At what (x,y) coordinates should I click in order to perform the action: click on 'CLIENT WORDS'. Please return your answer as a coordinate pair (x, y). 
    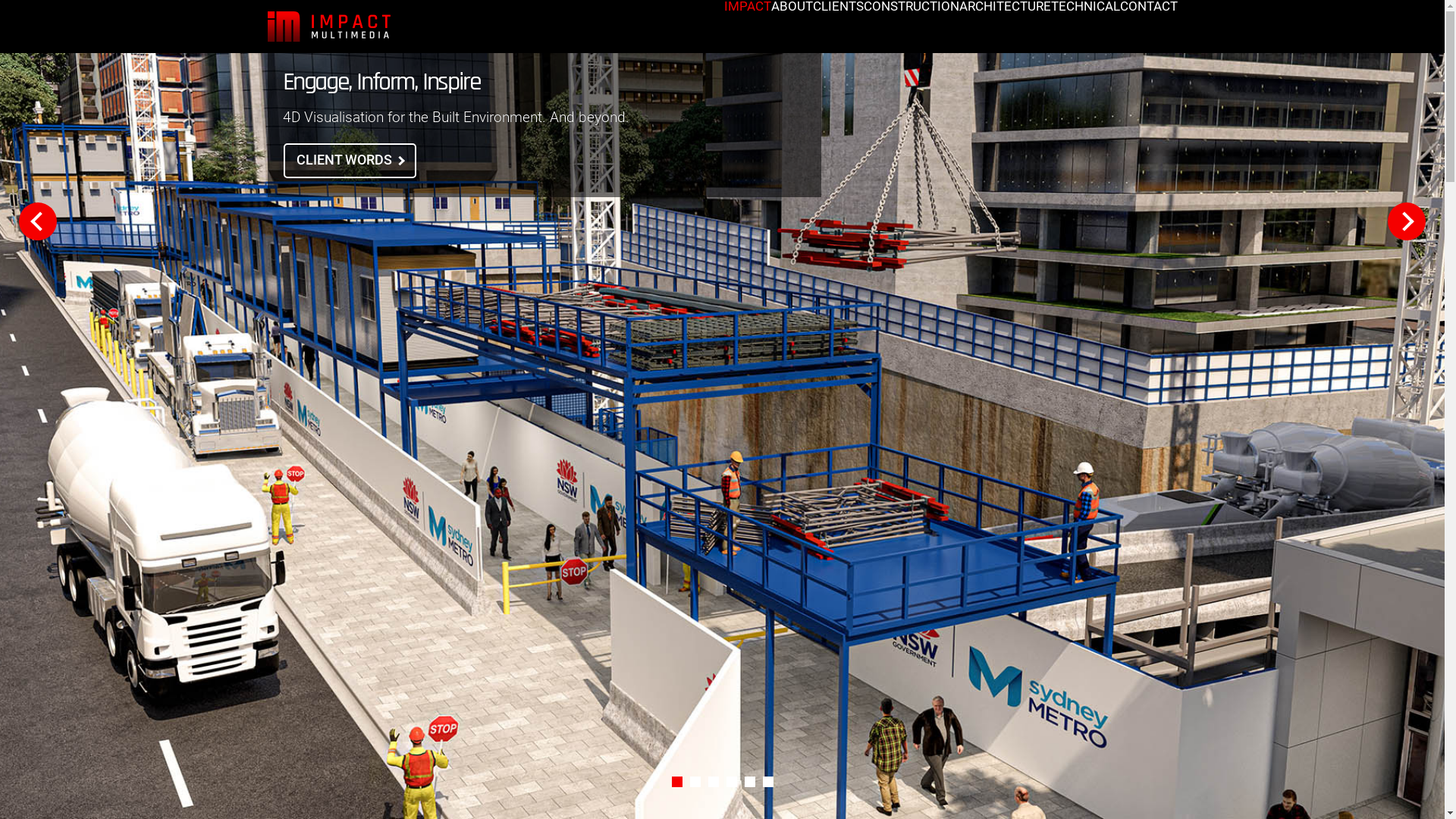
    Looking at the image, I should click on (349, 161).